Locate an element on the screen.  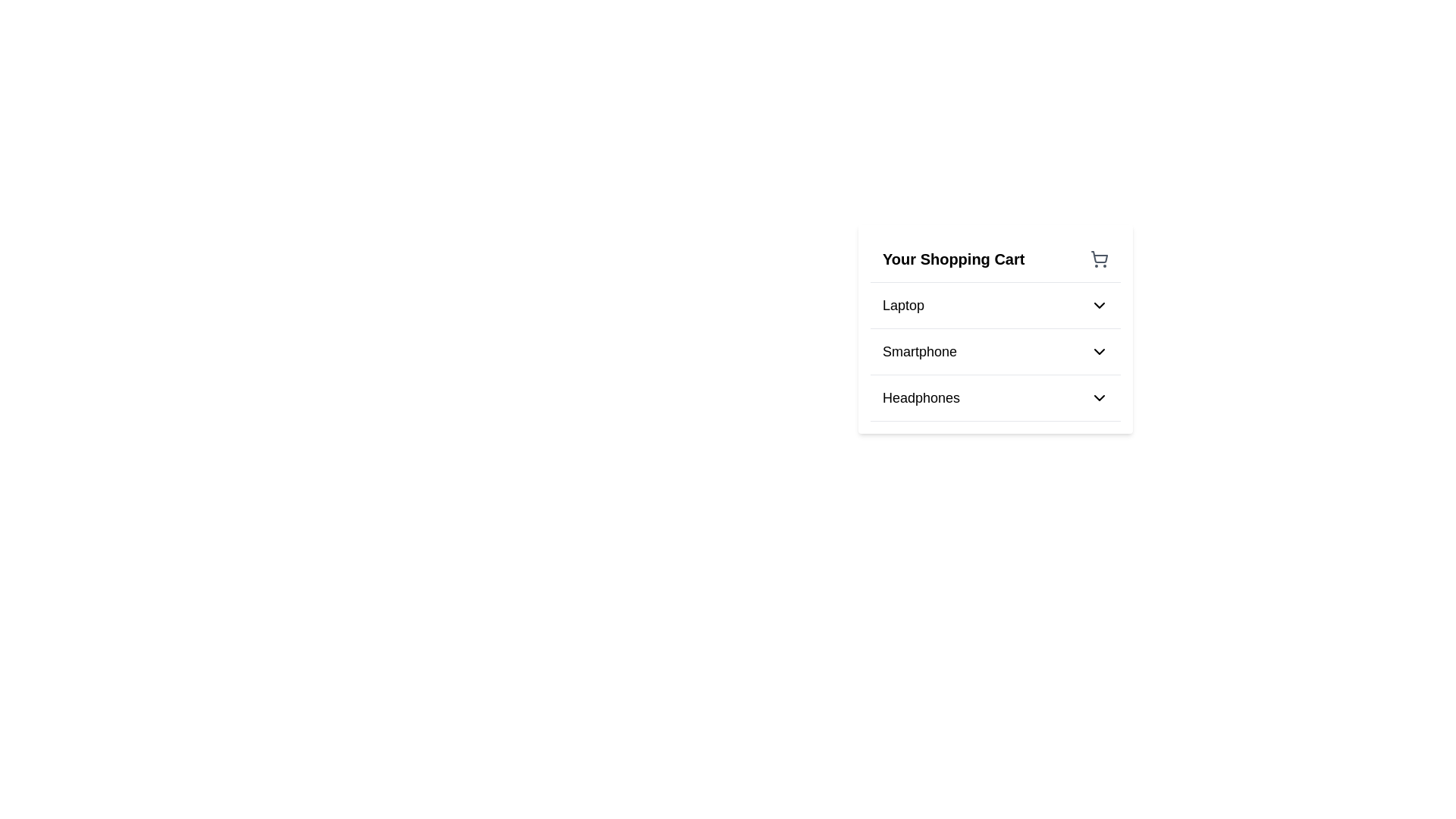
the Chevron icon located on the rightmost side of the 'Smartphone' row is located at coordinates (1099, 351).